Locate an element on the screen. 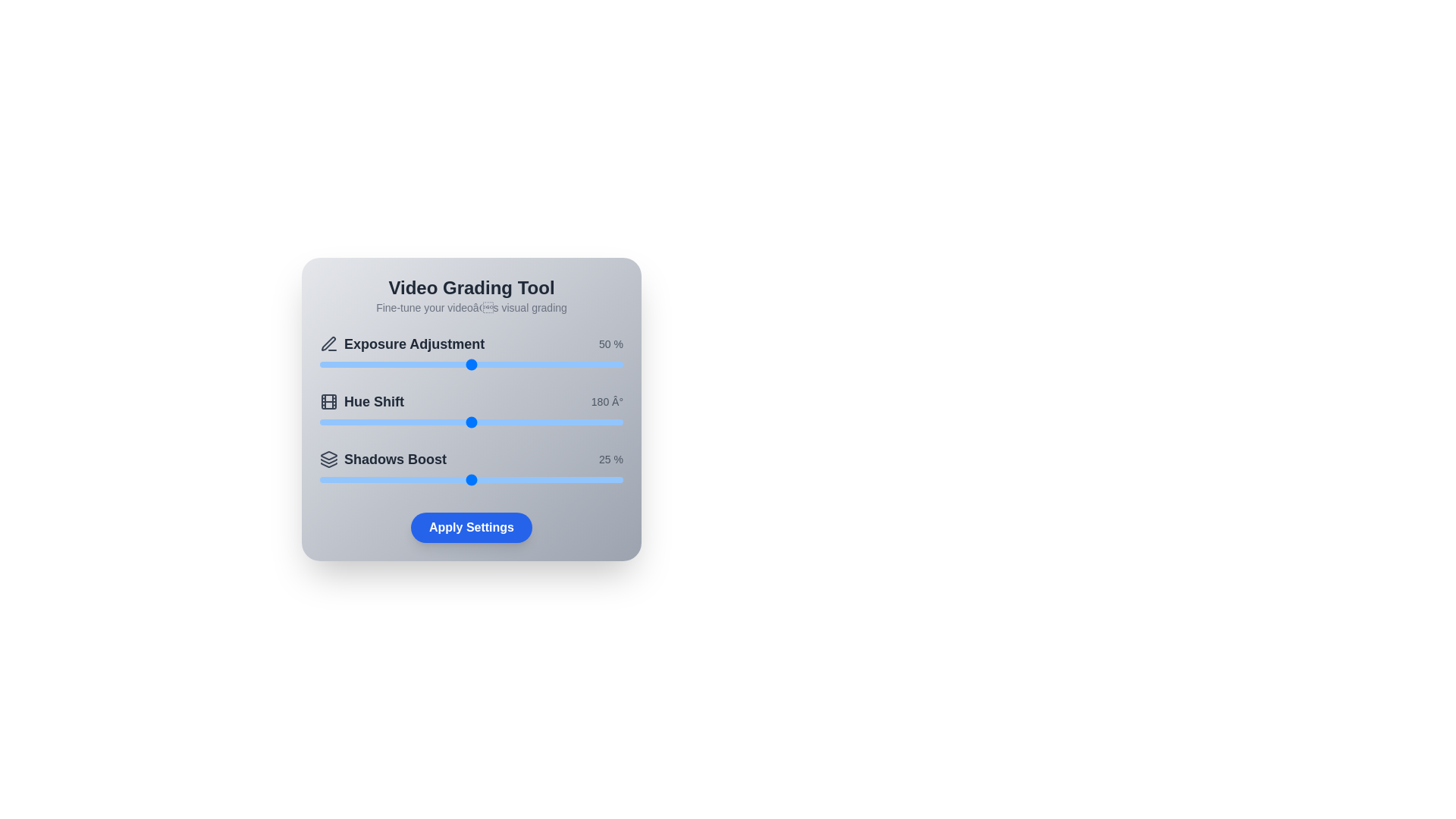 This screenshot has width=1456, height=819. the slider track to set a specific hue shifting value, which allows the user to adjust the hue between 0 to 360 degrees is located at coordinates (471, 411).